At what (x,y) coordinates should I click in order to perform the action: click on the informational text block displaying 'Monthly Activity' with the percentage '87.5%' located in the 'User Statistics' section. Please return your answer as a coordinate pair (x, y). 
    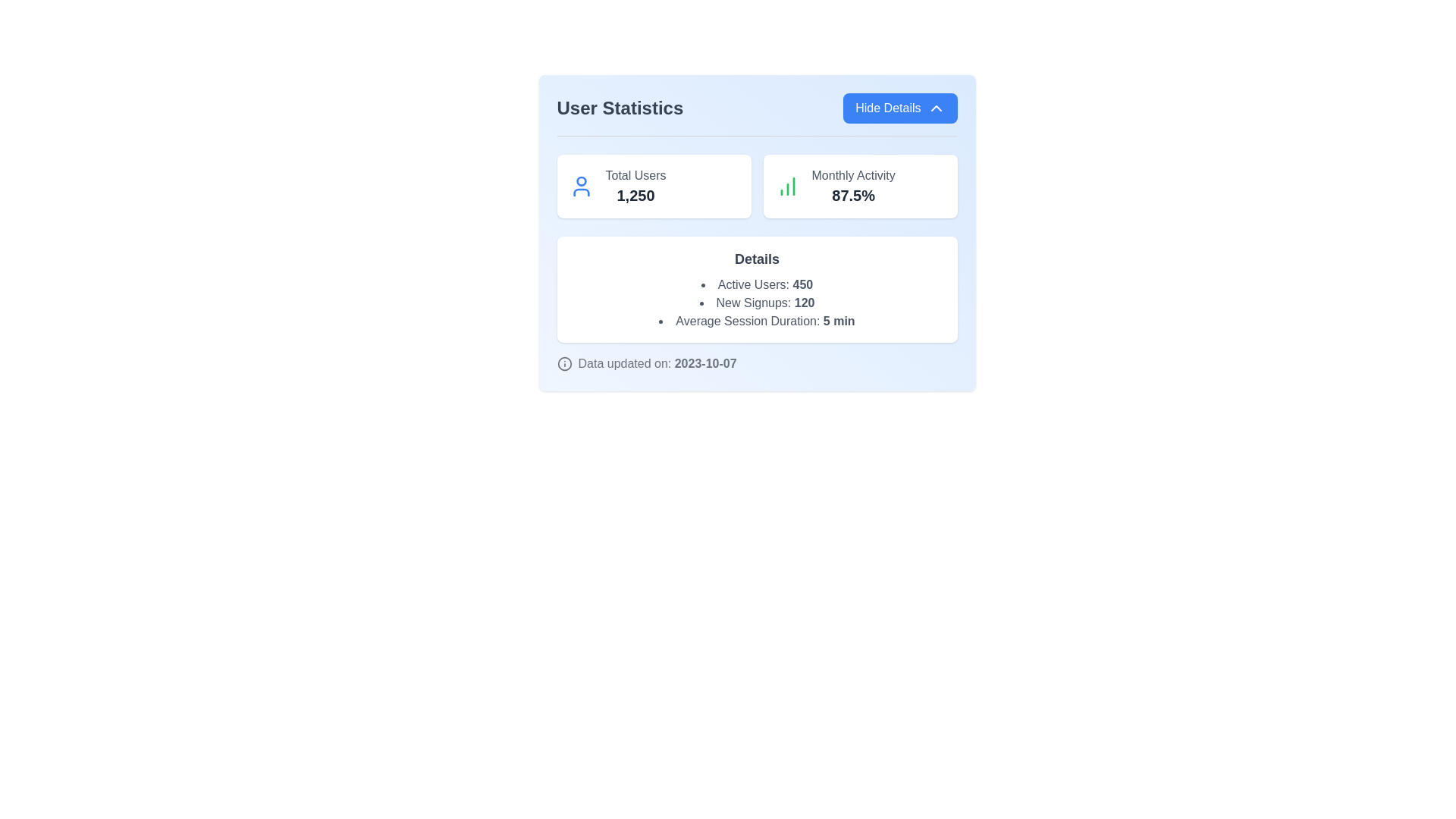
    Looking at the image, I should click on (853, 186).